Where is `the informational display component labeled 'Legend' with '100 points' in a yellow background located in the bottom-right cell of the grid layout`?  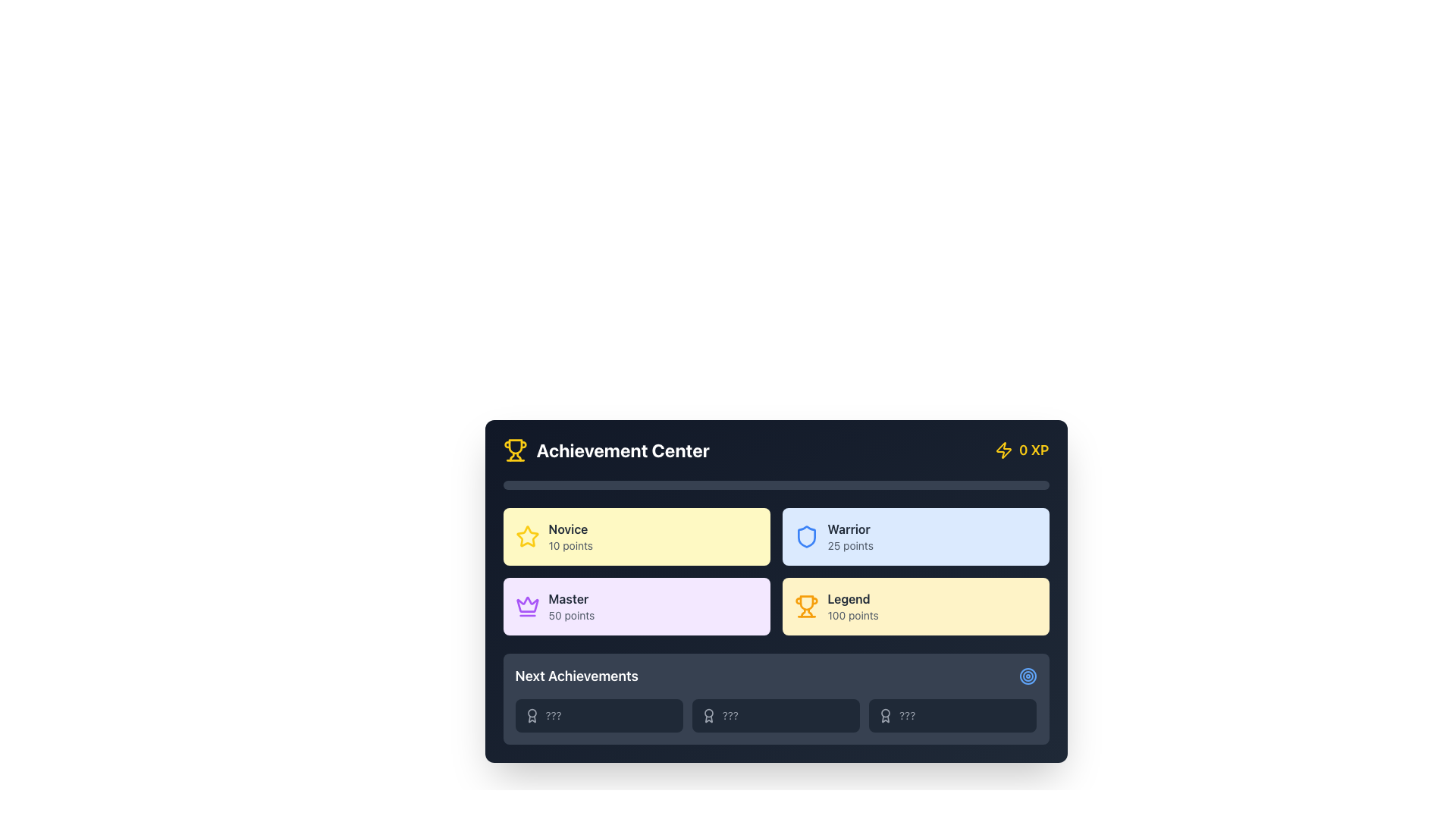 the informational display component labeled 'Legend' with '100 points' in a yellow background located in the bottom-right cell of the grid layout is located at coordinates (853, 605).